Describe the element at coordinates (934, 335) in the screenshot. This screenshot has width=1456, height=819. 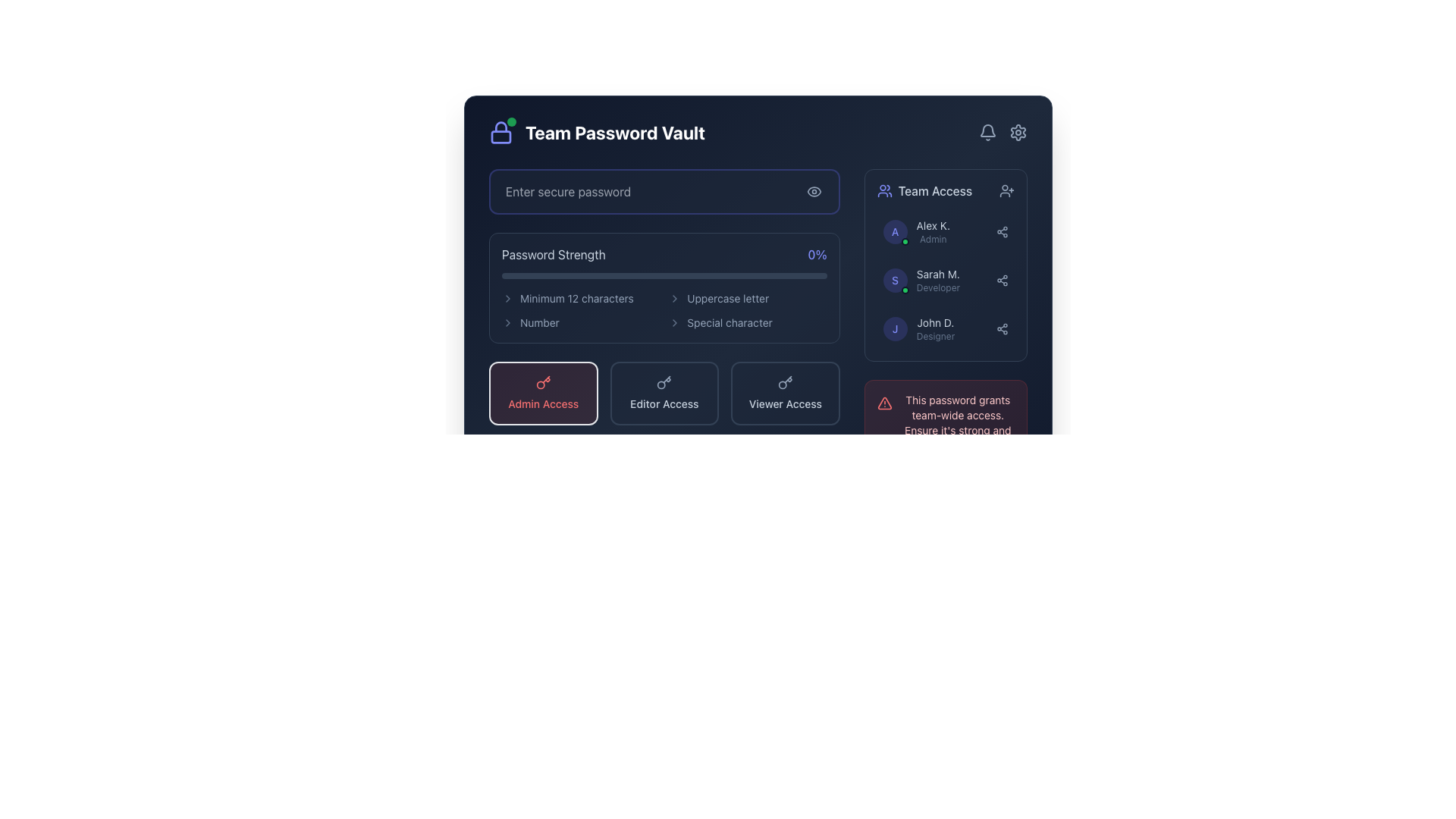
I see `the static text label displaying 'Designer', which is located below the name 'John D.' in the user profile section of the 'Team Access' sidebar panel` at that location.